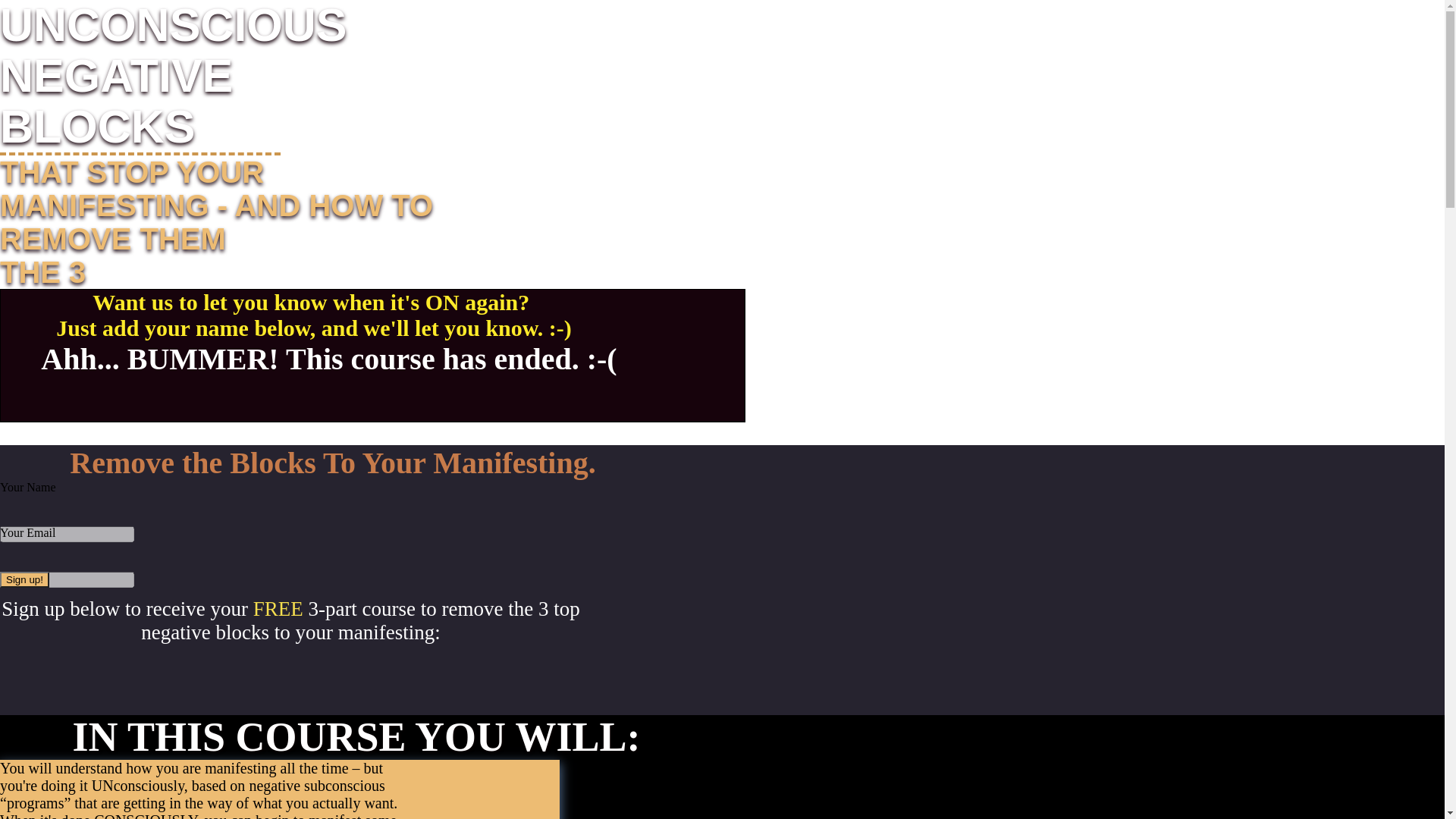  What do you see at coordinates (24, 579) in the screenshot?
I see `'Sign up!'` at bounding box center [24, 579].